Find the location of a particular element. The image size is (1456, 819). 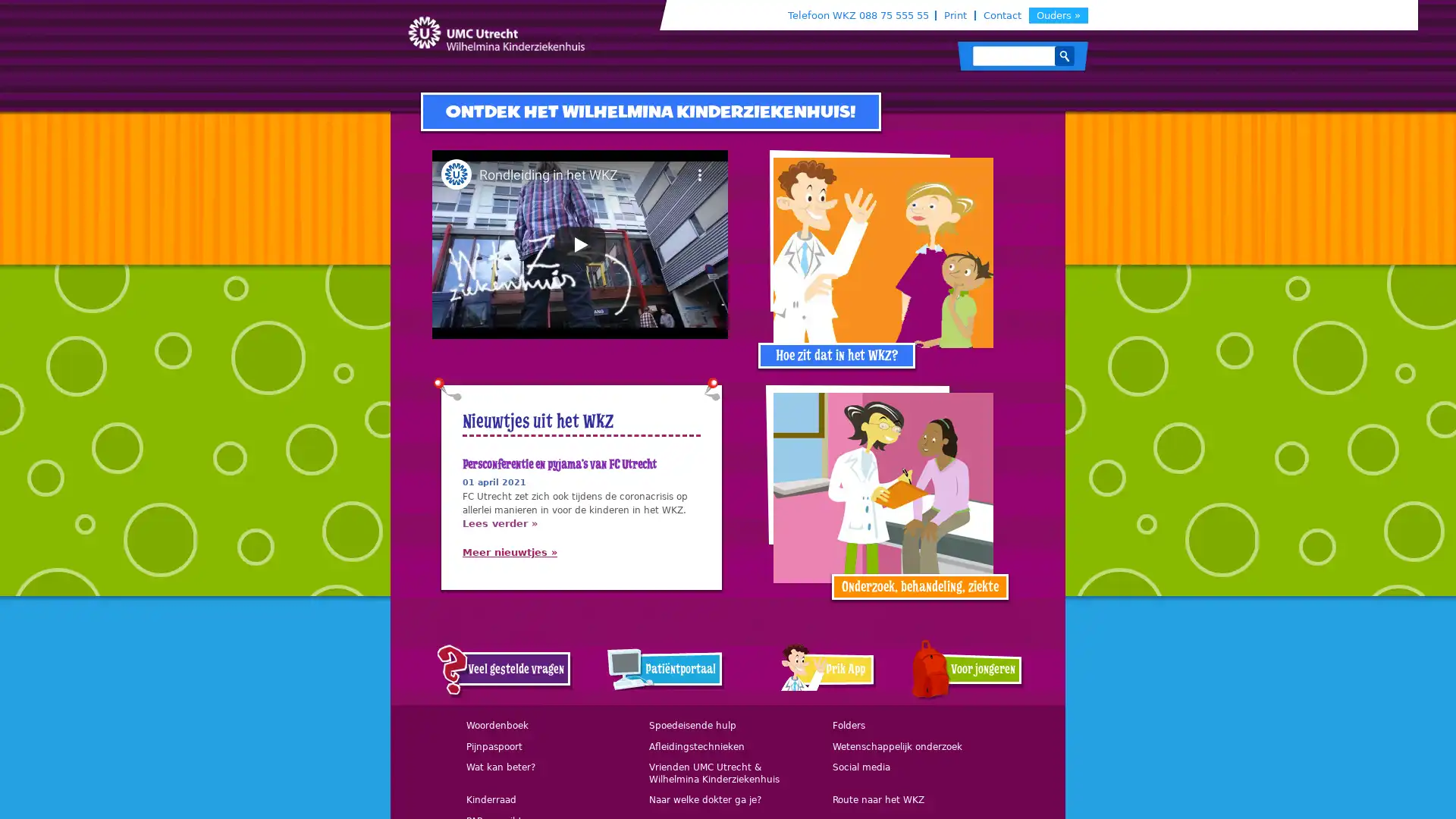

ZOEKEN is located at coordinates (1063, 55).